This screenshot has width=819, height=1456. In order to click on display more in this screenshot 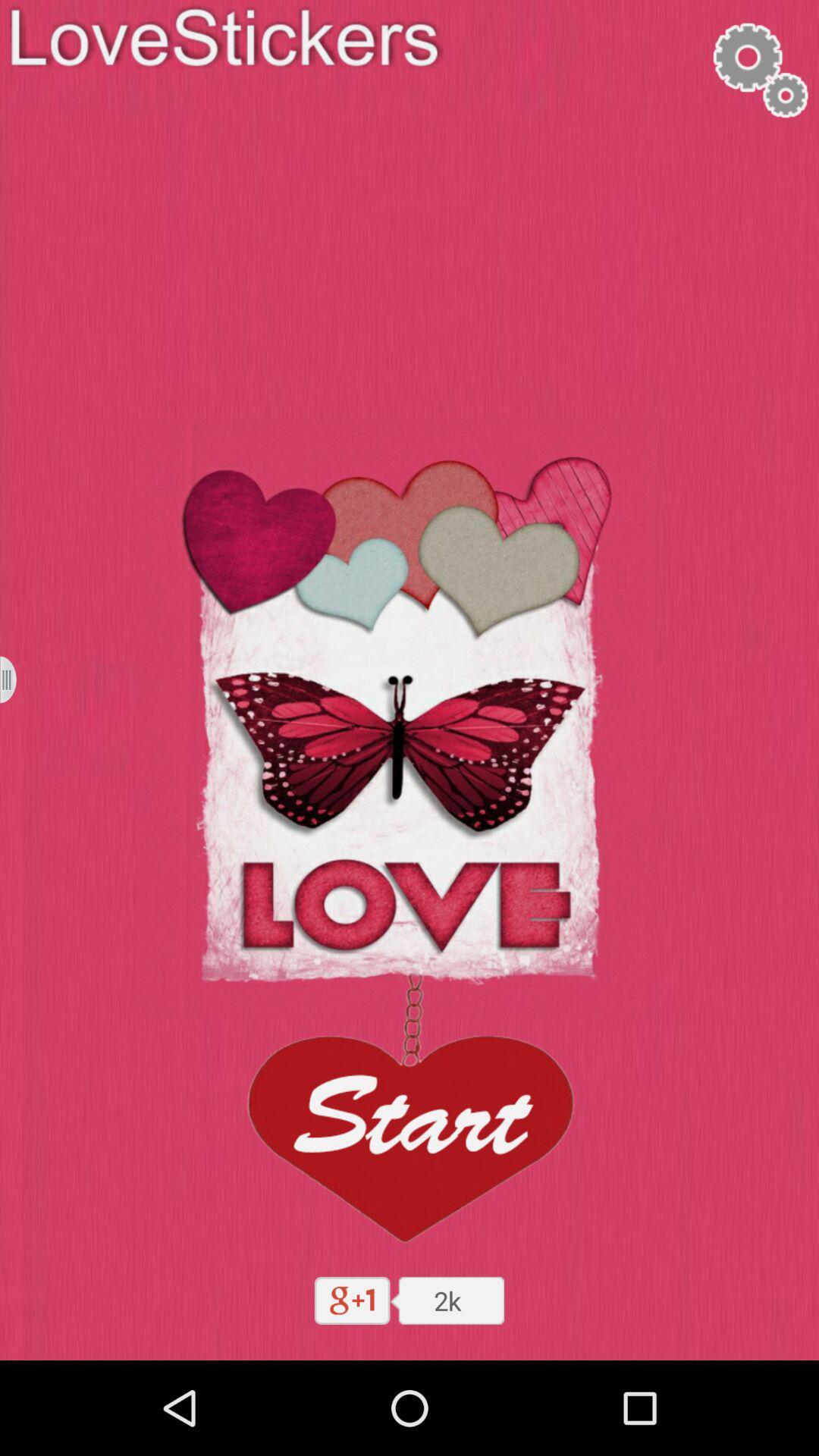, I will do `click(17, 679)`.